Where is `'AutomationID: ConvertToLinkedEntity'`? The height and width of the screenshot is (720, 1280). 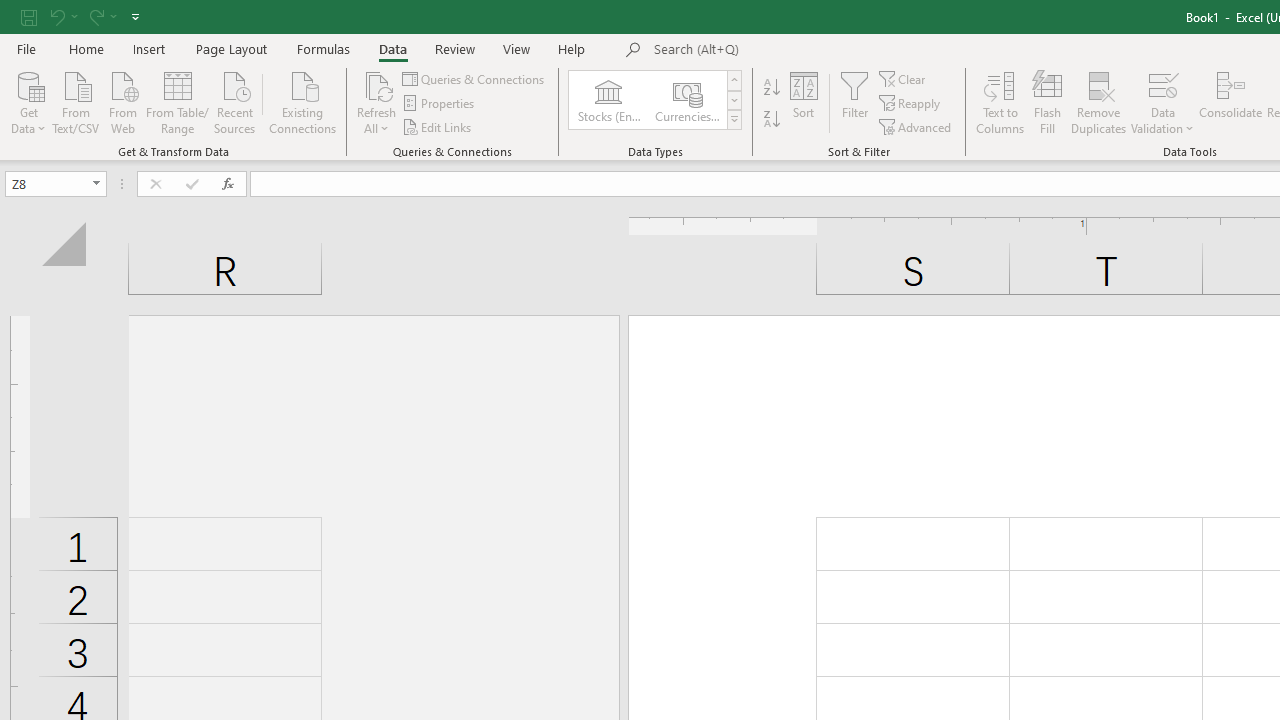 'AutomationID: ConvertToLinkedEntity' is located at coordinates (656, 100).